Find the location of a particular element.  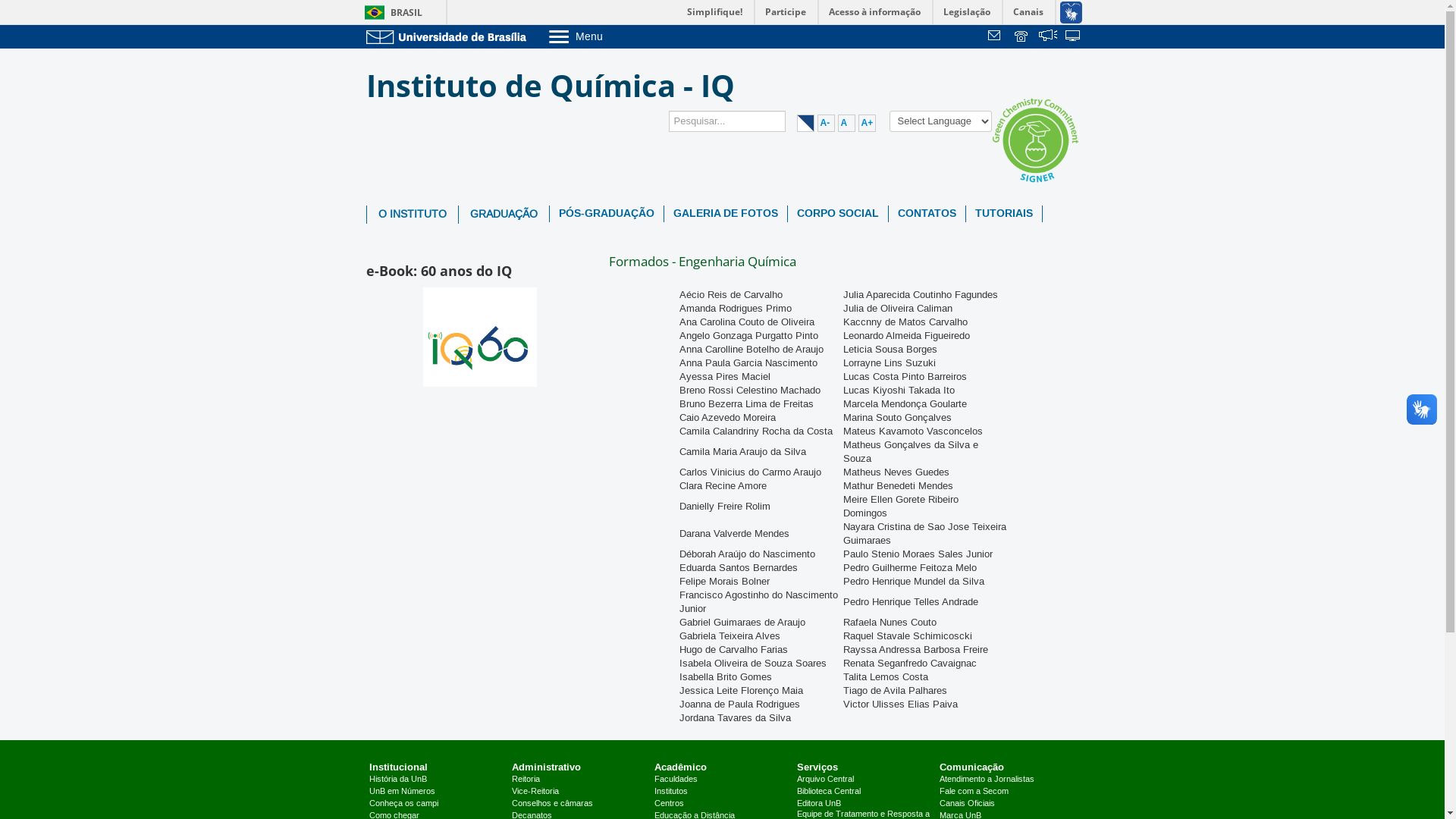

'Fala.BR' is located at coordinates (1047, 36).